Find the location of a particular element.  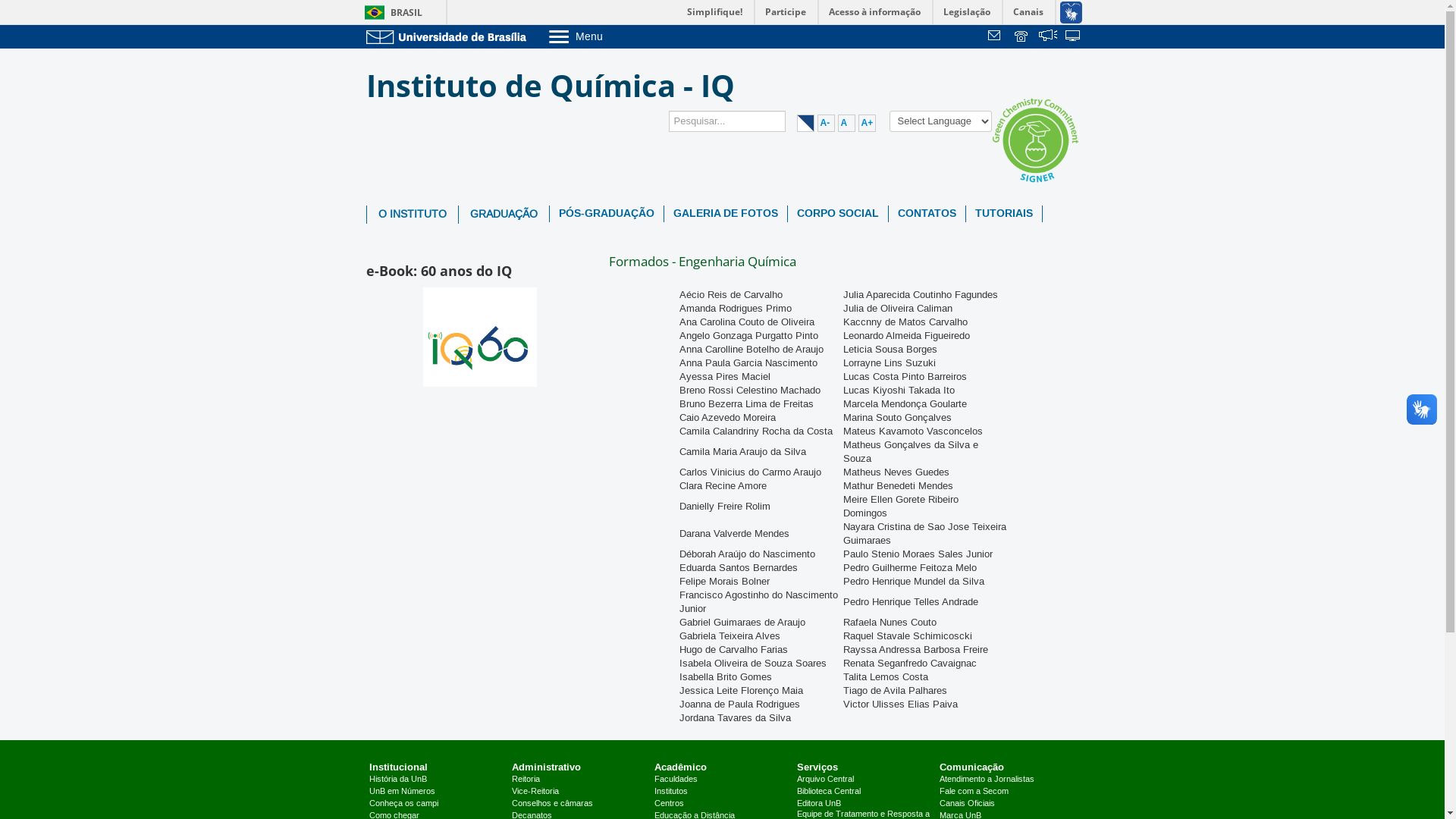

'Fala.BR' is located at coordinates (1047, 36).